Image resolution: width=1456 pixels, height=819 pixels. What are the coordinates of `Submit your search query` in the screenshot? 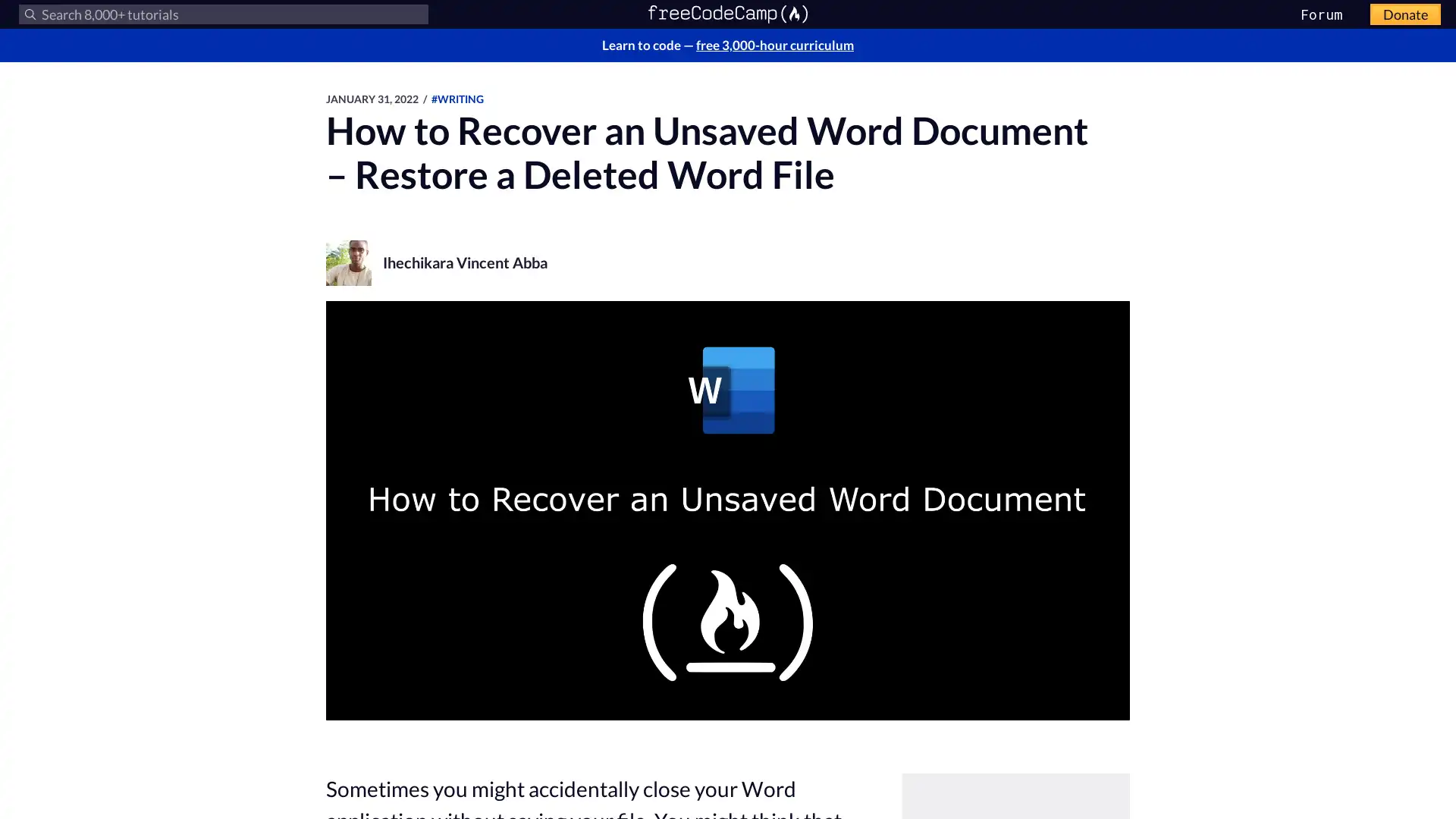 It's located at (30, 14).